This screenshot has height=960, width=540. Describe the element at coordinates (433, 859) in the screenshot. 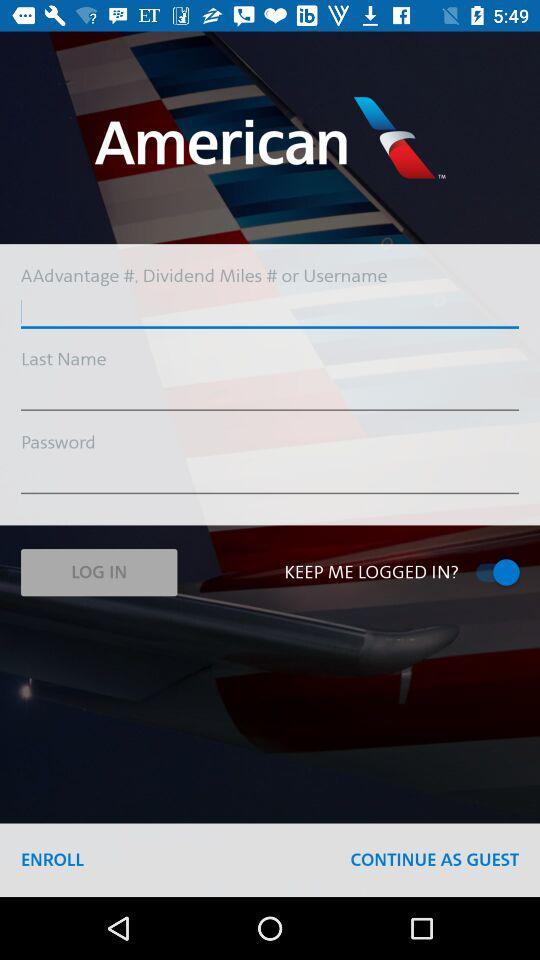

I see `the icon at the bottom right corner` at that location.